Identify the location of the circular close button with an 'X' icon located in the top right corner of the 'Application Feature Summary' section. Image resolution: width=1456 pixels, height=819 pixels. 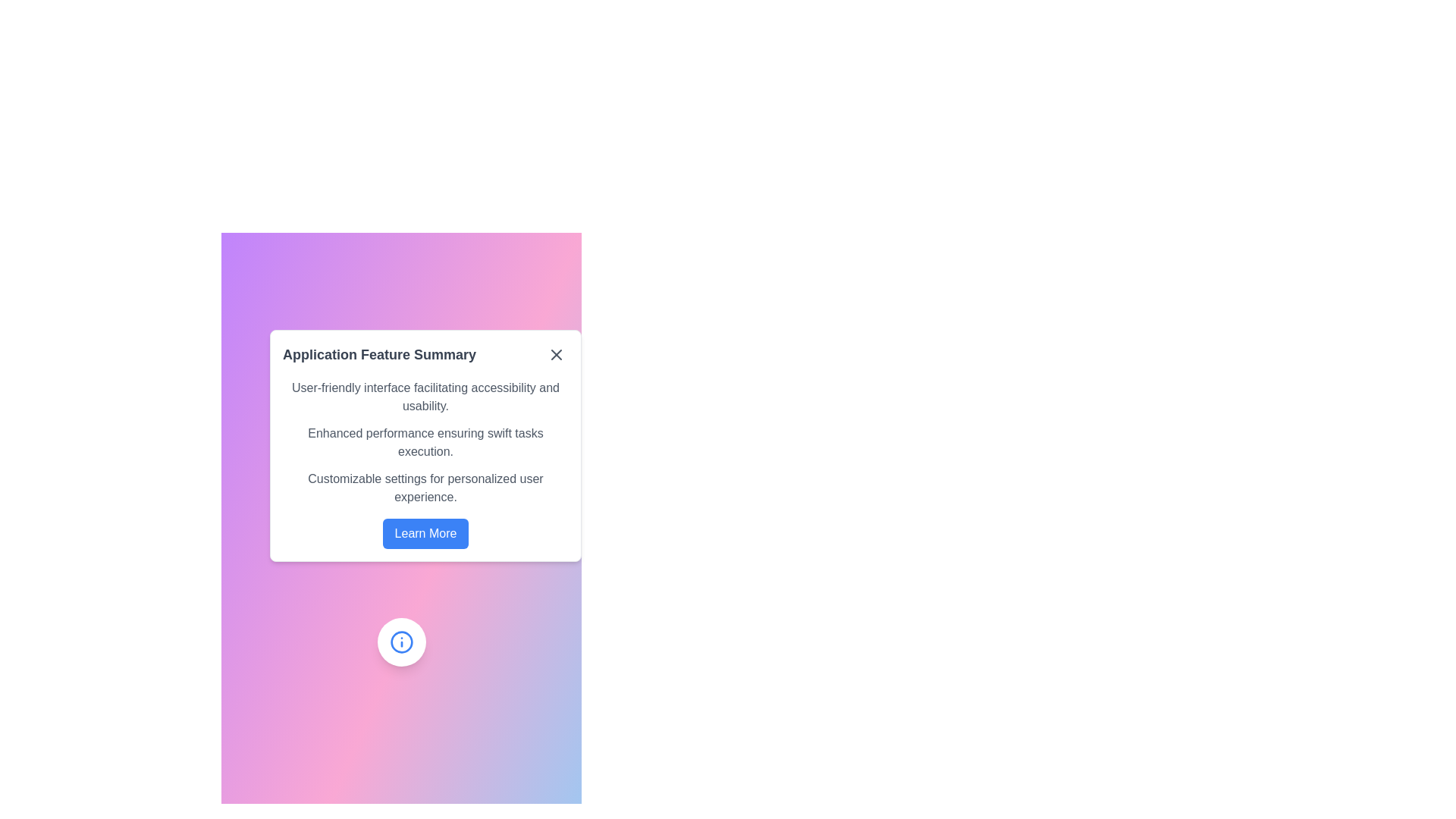
(556, 354).